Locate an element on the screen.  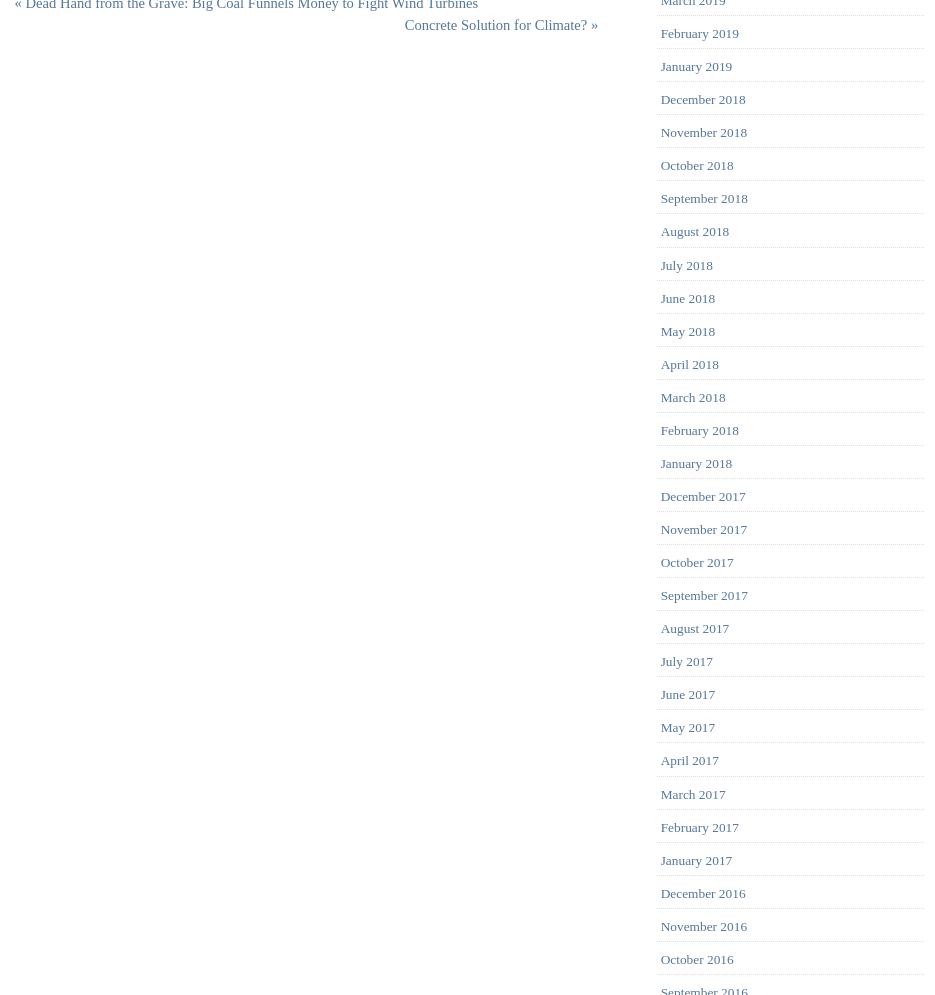
'January 2018' is located at coordinates (695, 462).